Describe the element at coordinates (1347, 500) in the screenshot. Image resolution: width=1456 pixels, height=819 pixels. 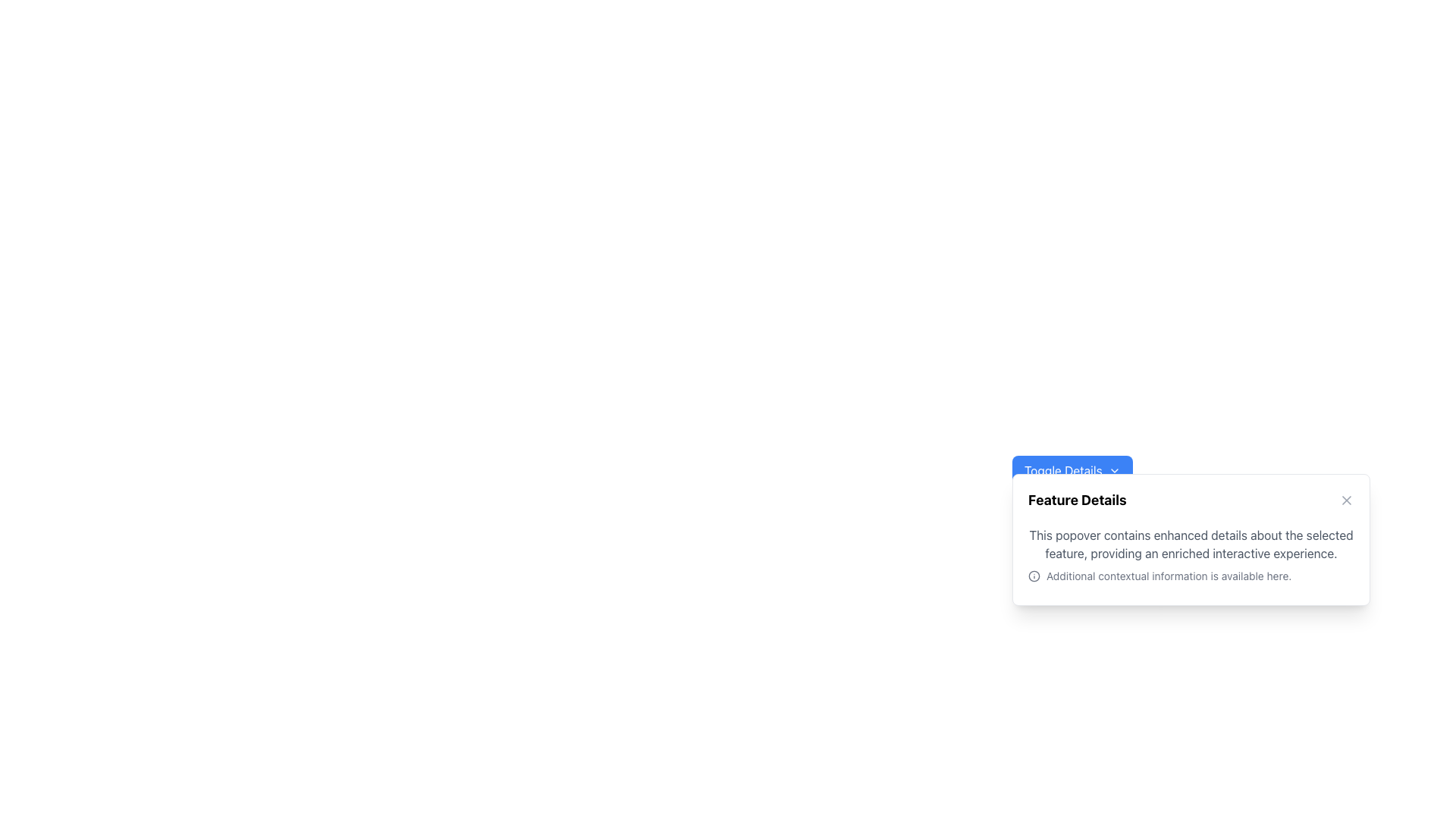
I see `the 'X' icon button styled in light gray color with rounded edges, located at the far right of the header next to the text 'Feature Details'` at that location.